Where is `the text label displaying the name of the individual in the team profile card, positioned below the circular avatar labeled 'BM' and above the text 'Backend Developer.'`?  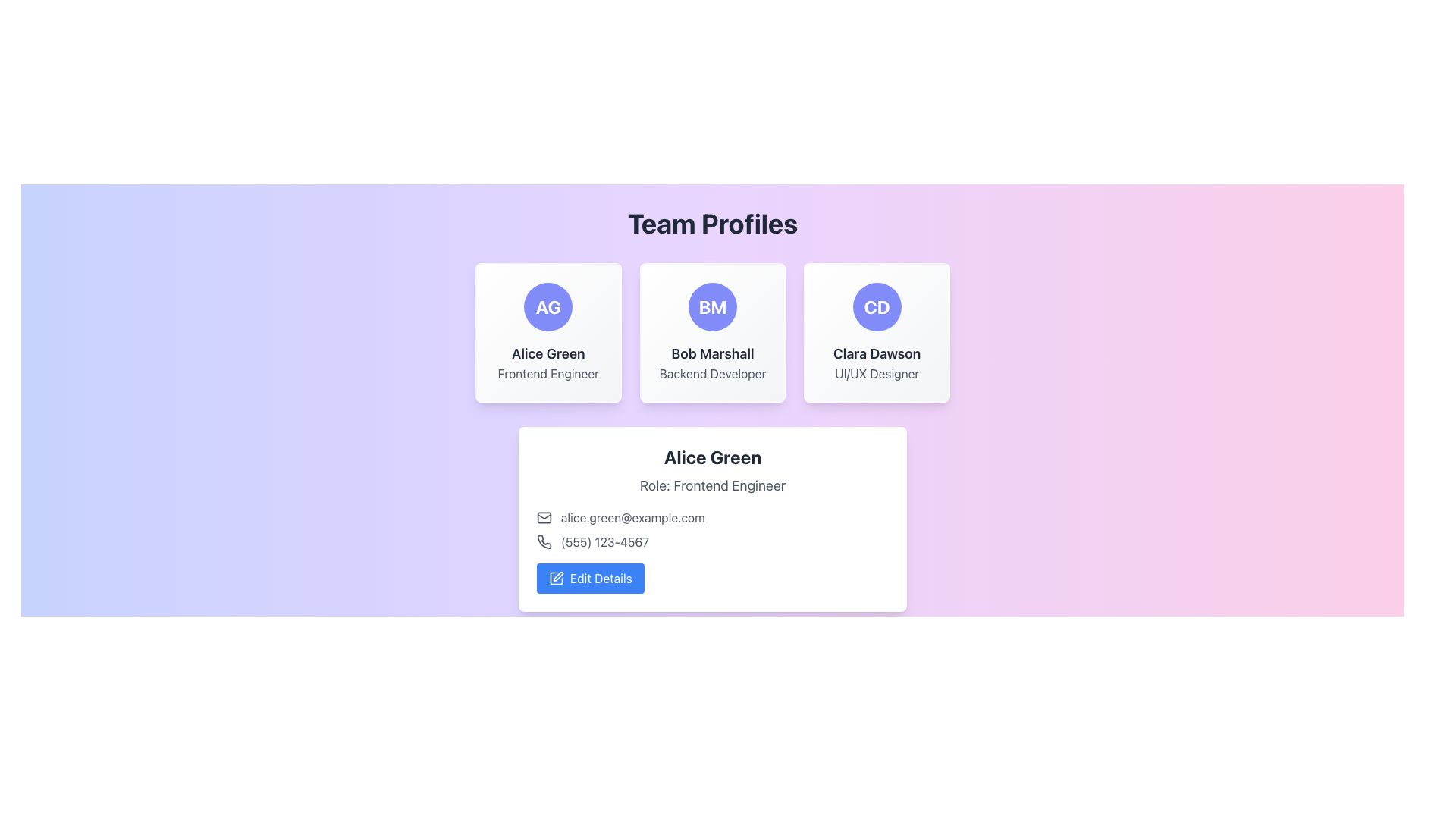
the text label displaying the name of the individual in the team profile card, positioned below the circular avatar labeled 'BM' and above the text 'Backend Developer.' is located at coordinates (712, 353).